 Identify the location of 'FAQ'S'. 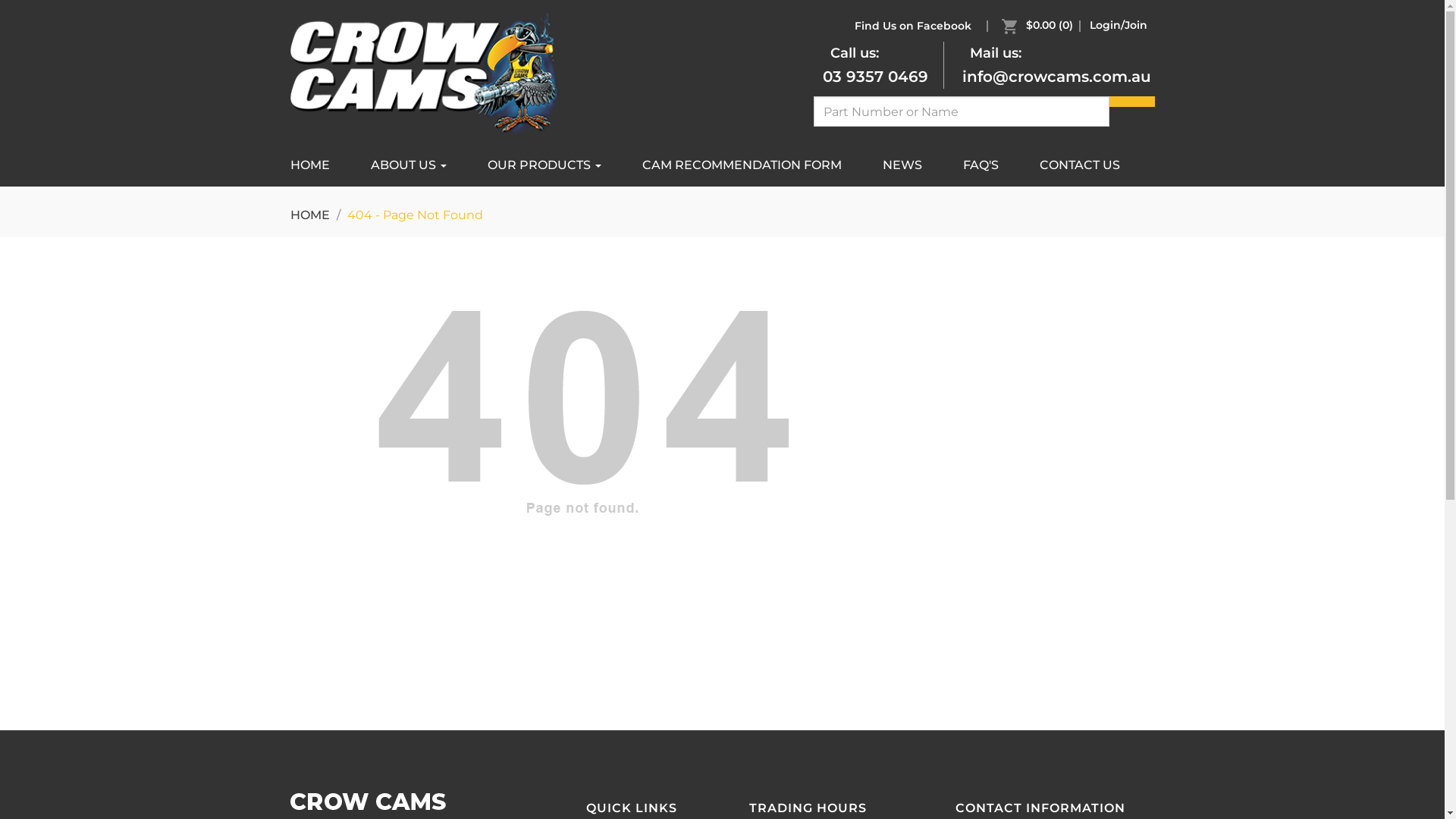
(980, 165).